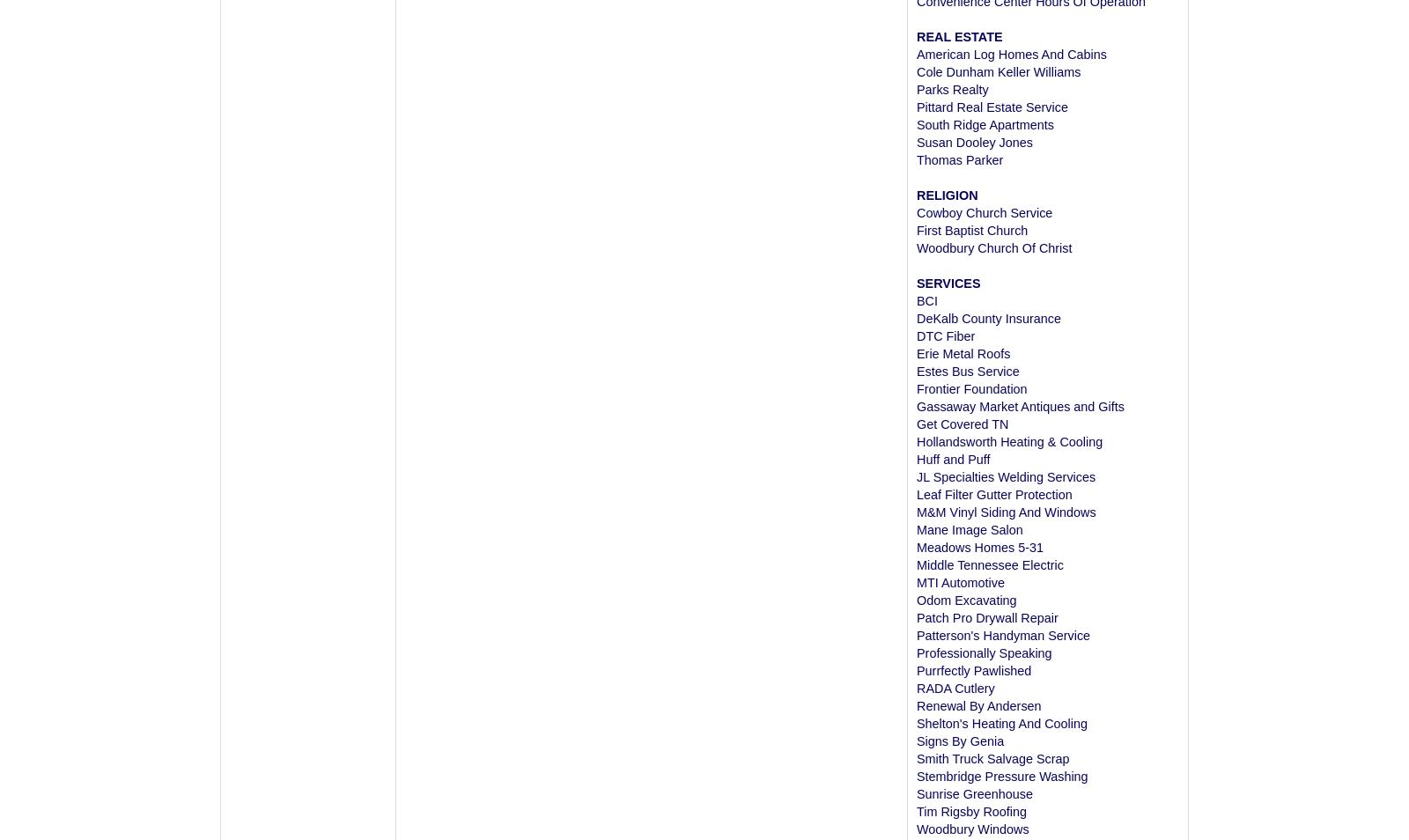 The image size is (1409, 840). Describe the element at coordinates (968, 371) in the screenshot. I see `'Estes Bus Service'` at that location.